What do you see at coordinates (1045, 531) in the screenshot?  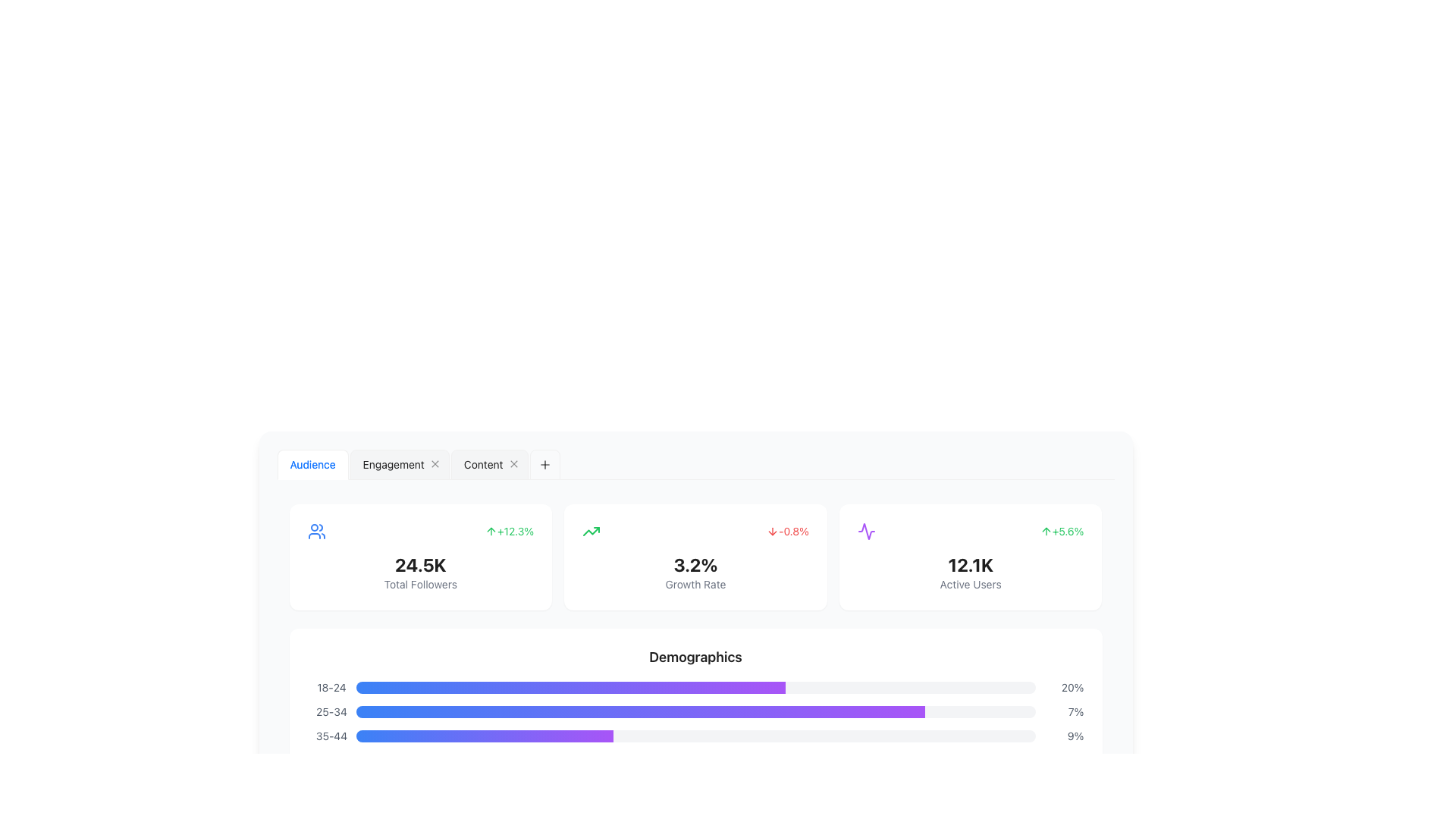 I see `the upward trend icon that is positioned to the left of the '+5.6%' text, located in the top-right corner of the card showing '12.1K Active Users'` at bounding box center [1045, 531].